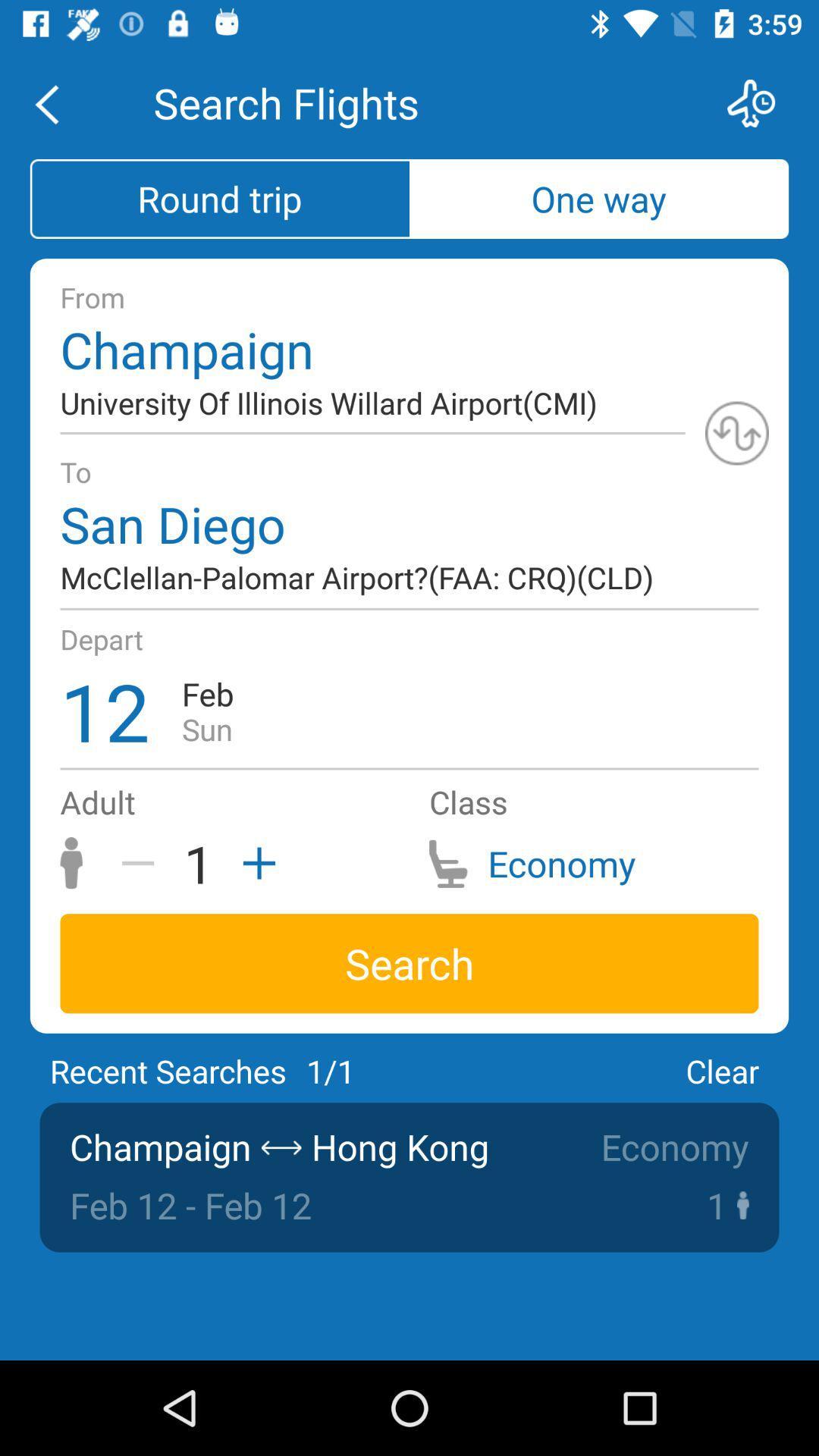  I want to click on roundtrip info, so click(736, 432).